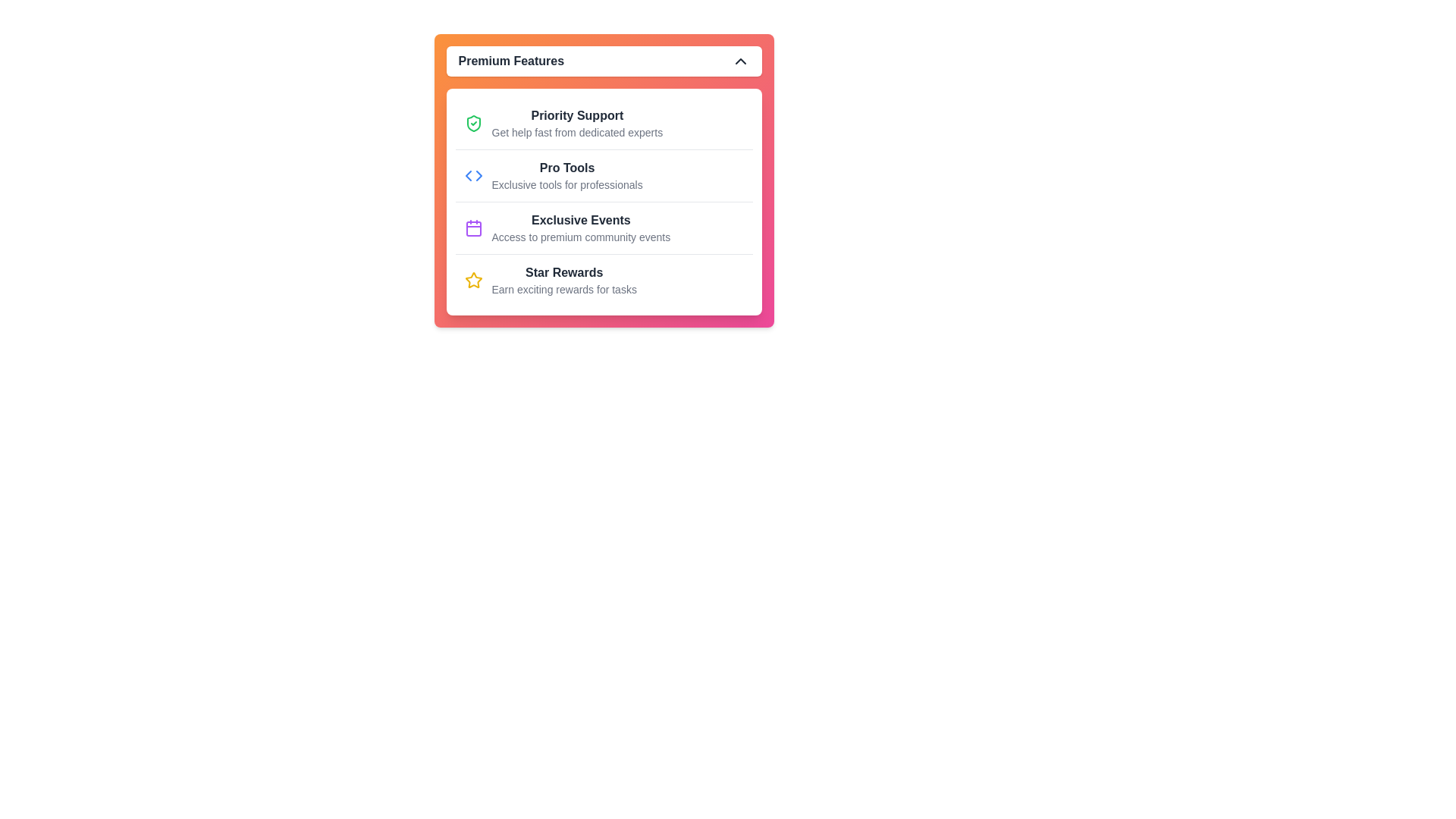  I want to click on the Text Label stating 'Access to premium community events', which is styled as secondary information beneath the primary heading 'Exclusive Events', so click(580, 237).